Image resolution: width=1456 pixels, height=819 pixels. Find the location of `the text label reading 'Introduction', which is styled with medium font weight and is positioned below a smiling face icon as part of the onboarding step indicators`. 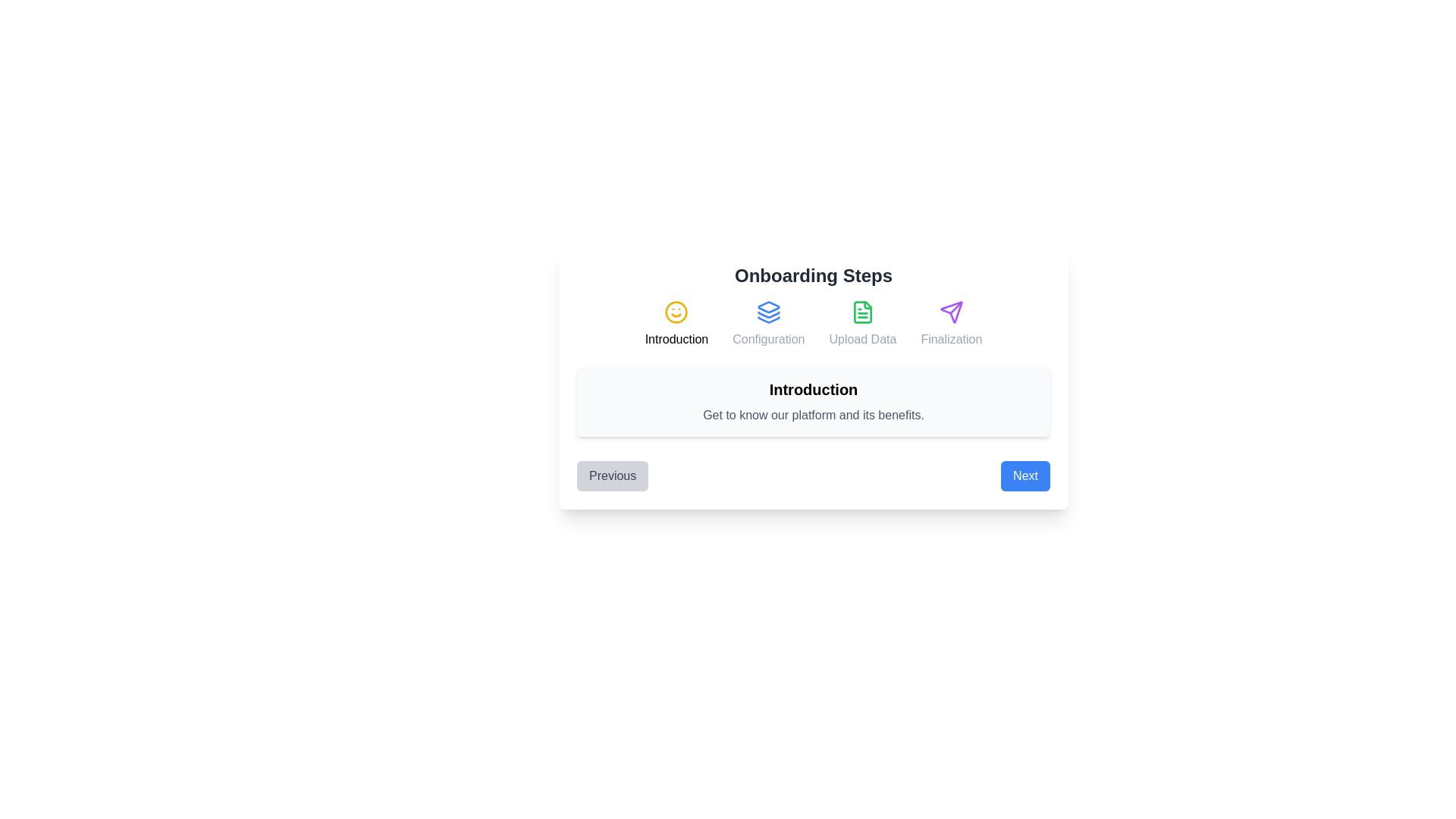

the text label reading 'Introduction', which is styled with medium font weight and is positioned below a smiling face icon as part of the onboarding step indicators is located at coordinates (676, 338).